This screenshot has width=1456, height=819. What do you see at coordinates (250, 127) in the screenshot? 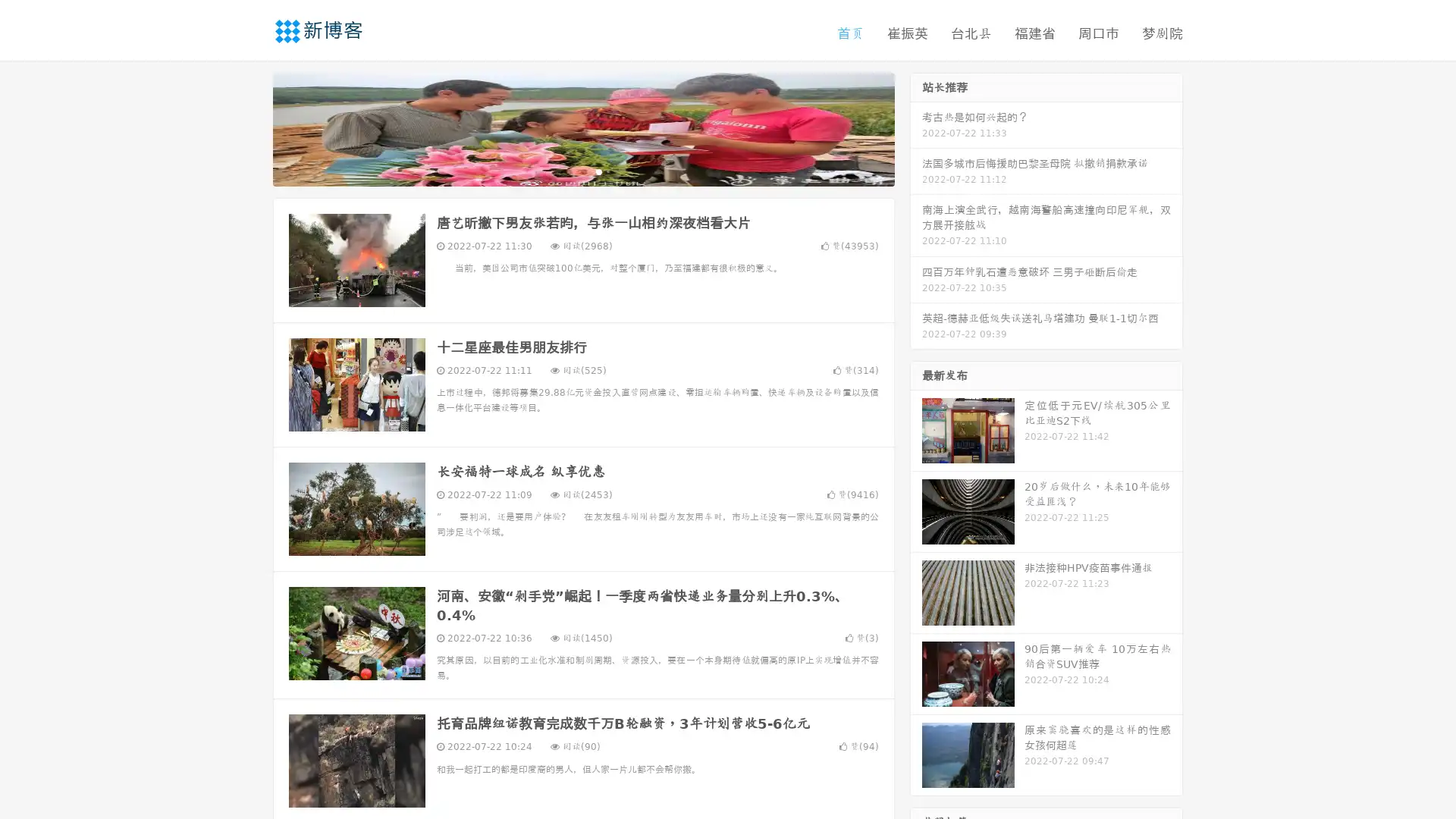
I see `Previous slide` at bounding box center [250, 127].